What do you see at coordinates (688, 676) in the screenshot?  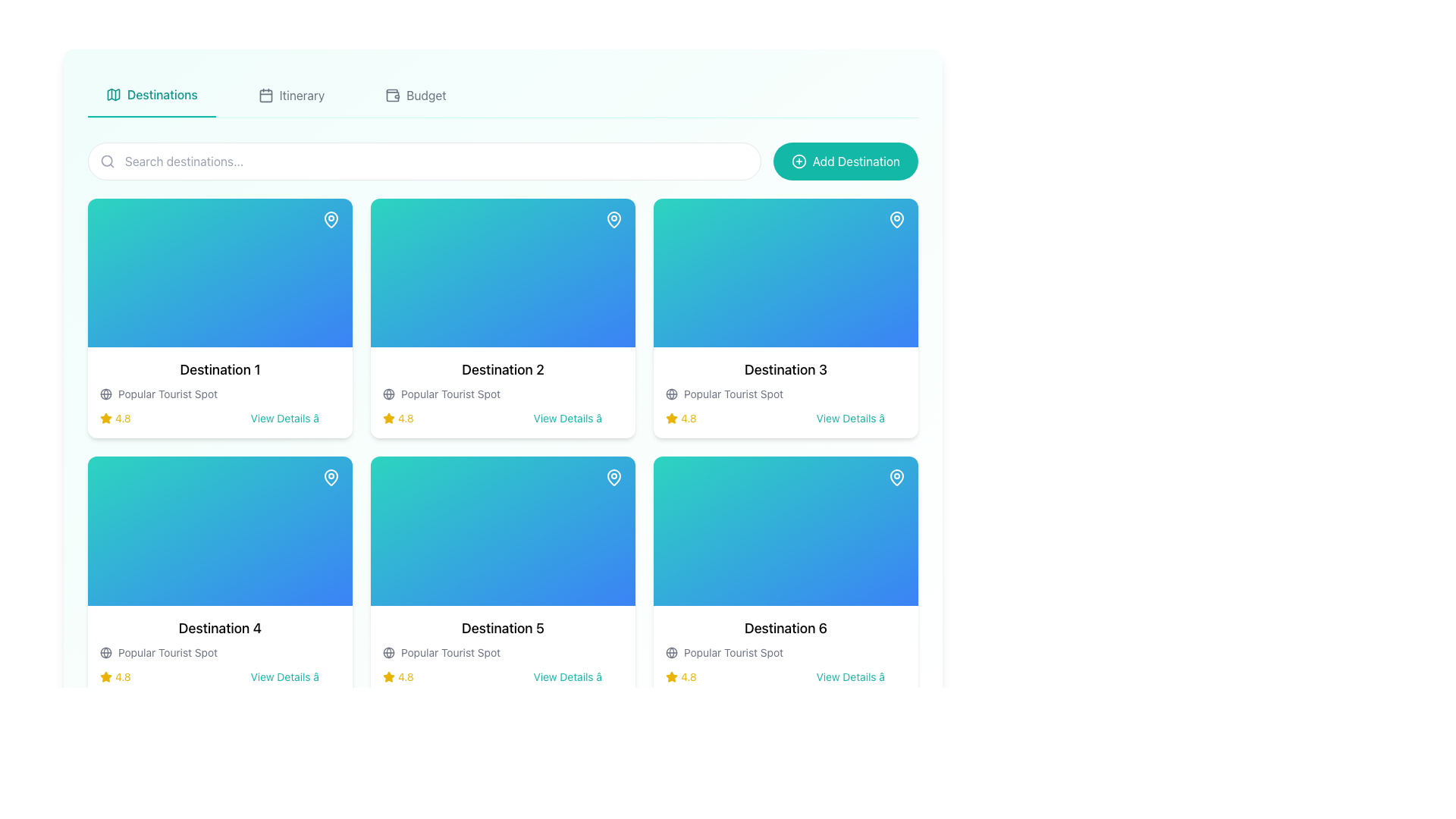 I see `the rating text '4.8' styled in yellow font, located next to a star icon on the sixth card of the grid layout for 'Destination 6'` at bounding box center [688, 676].